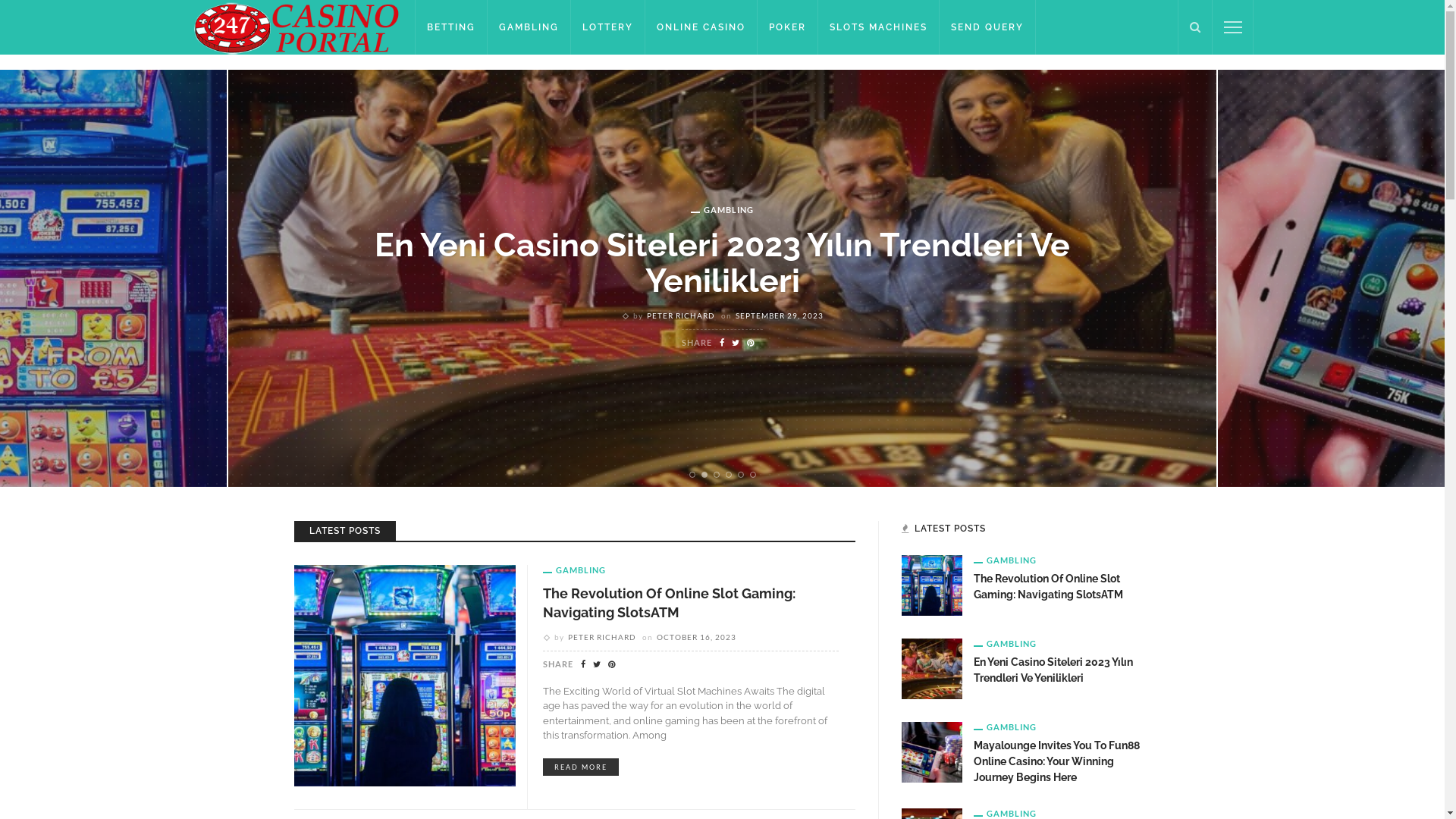 This screenshot has width=1456, height=819. What do you see at coordinates (570, 27) in the screenshot?
I see `'LOTTERY'` at bounding box center [570, 27].